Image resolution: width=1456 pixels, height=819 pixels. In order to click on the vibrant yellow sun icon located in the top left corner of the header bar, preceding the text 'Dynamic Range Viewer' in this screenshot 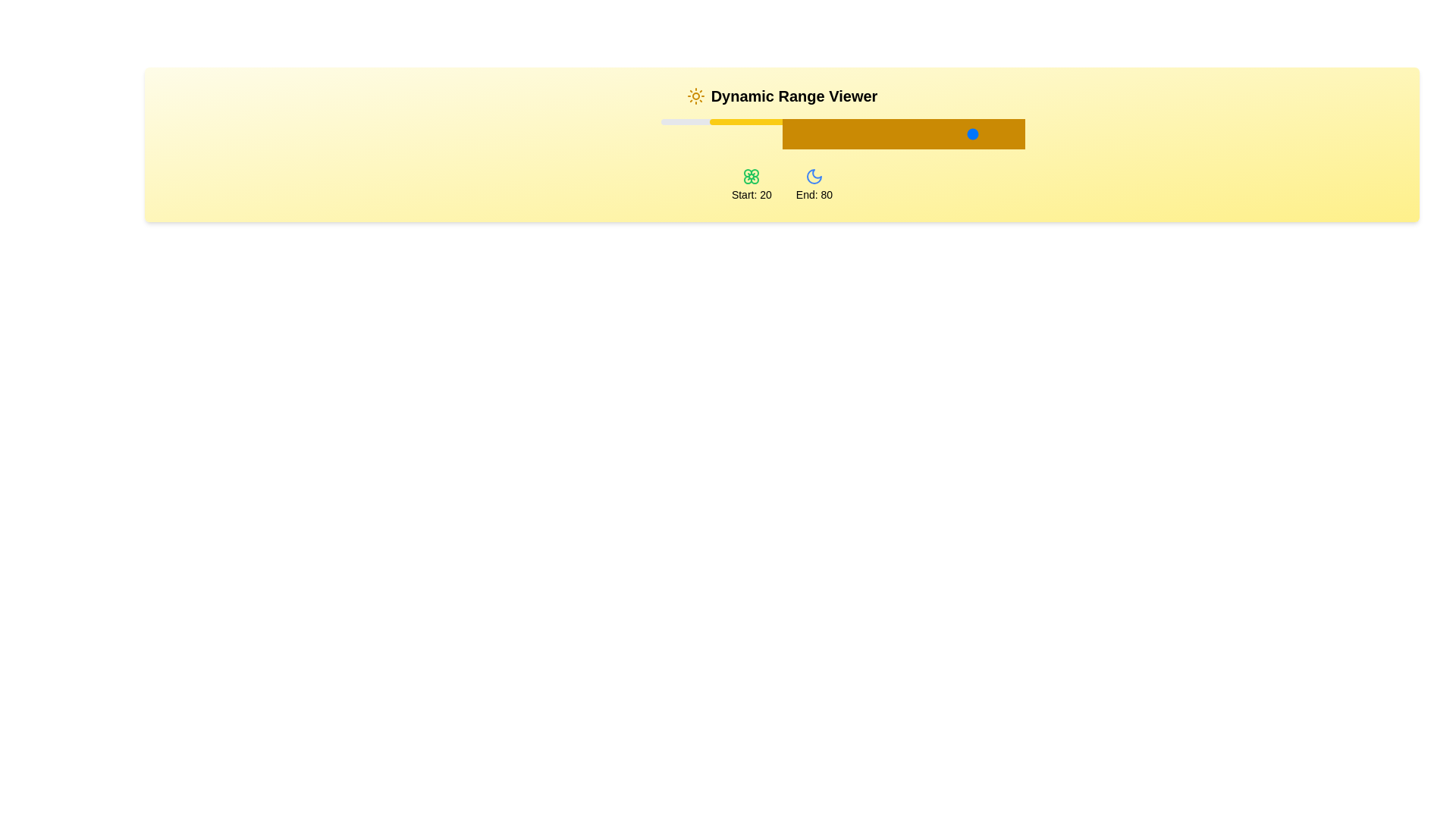, I will do `click(695, 96)`.